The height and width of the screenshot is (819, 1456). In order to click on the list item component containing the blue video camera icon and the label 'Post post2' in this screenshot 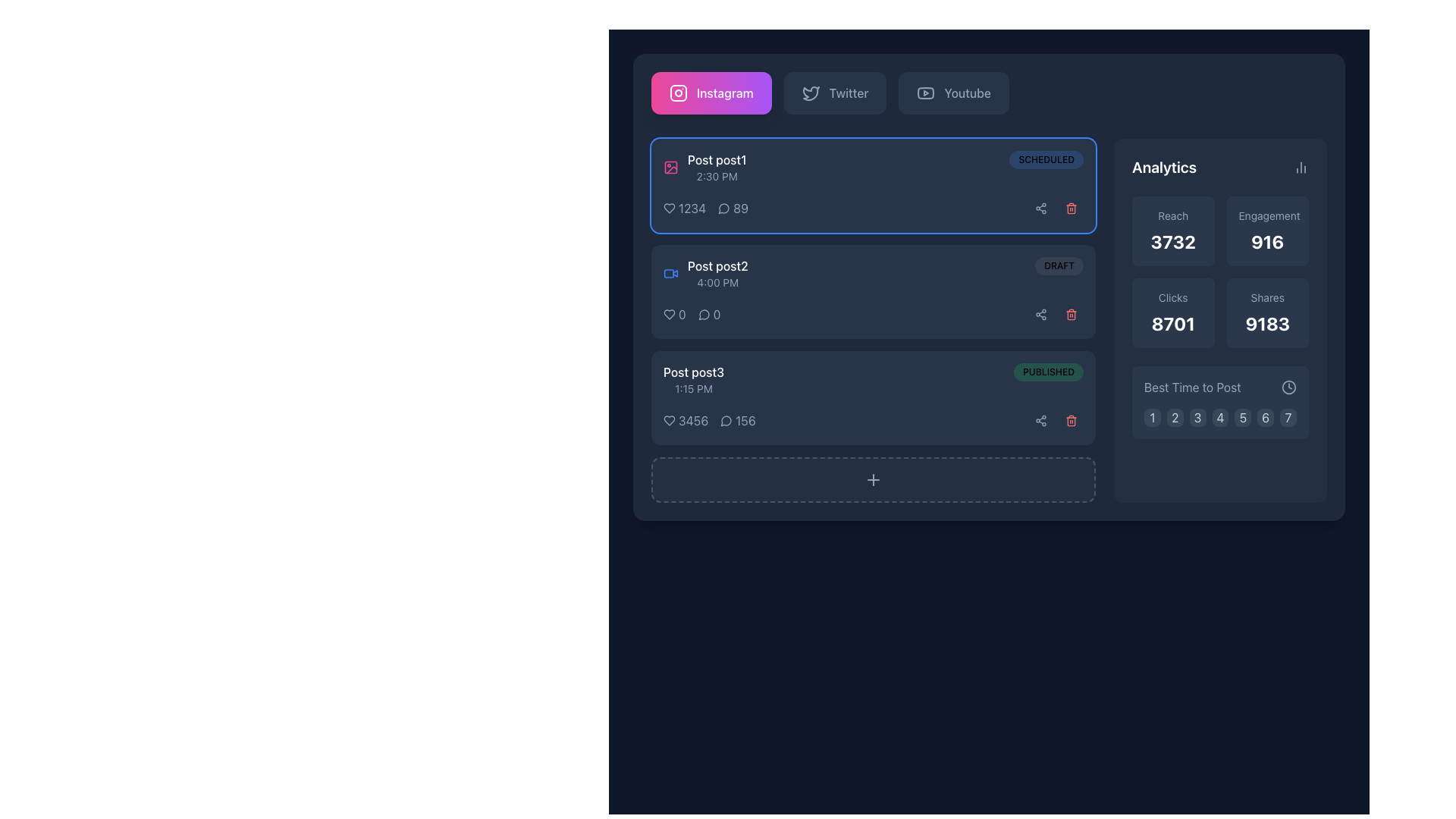, I will do `click(704, 274)`.